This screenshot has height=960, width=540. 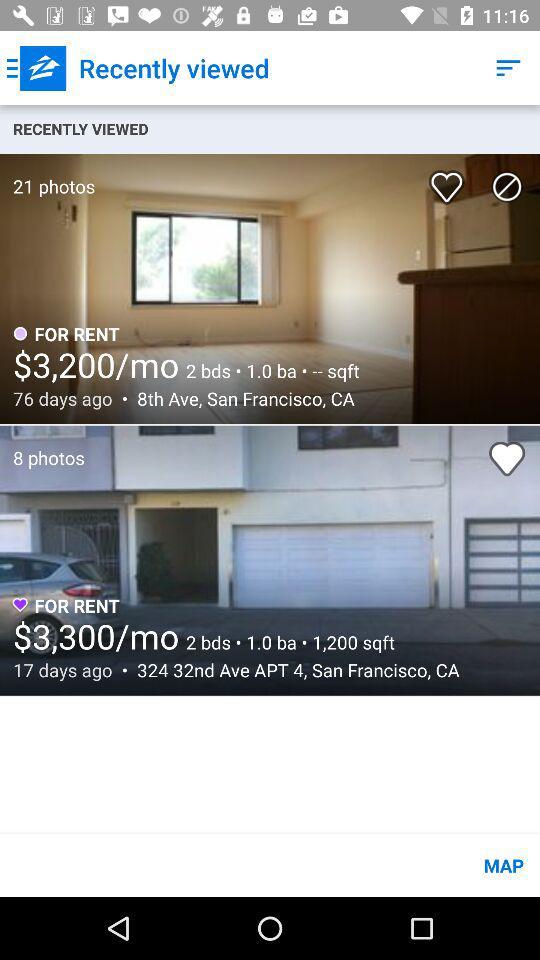 What do you see at coordinates (450, 179) in the screenshot?
I see `the item next to the 21 photos` at bounding box center [450, 179].